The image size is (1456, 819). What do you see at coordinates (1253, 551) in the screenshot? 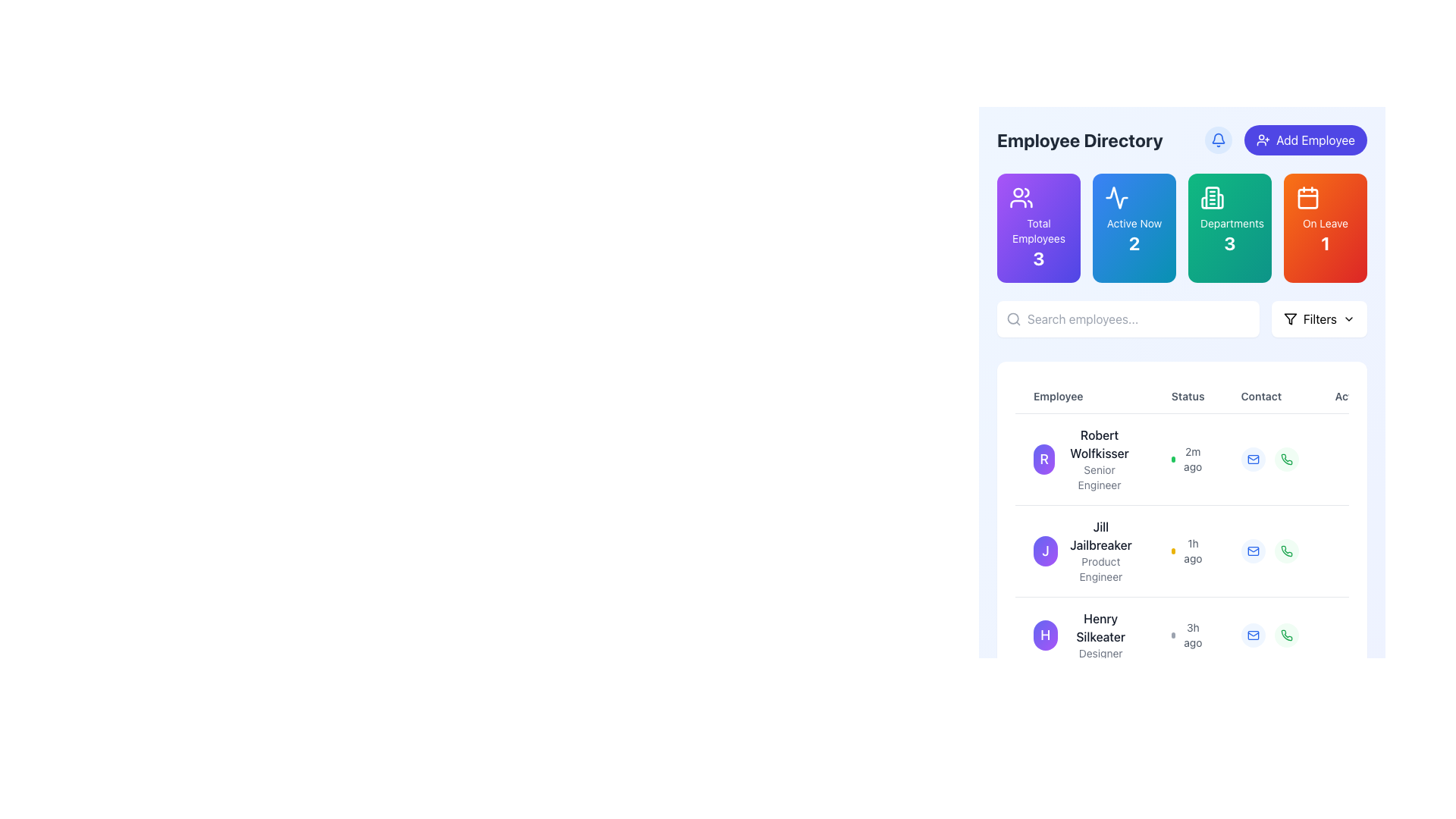
I see `the circular blue envelope button` at bounding box center [1253, 551].